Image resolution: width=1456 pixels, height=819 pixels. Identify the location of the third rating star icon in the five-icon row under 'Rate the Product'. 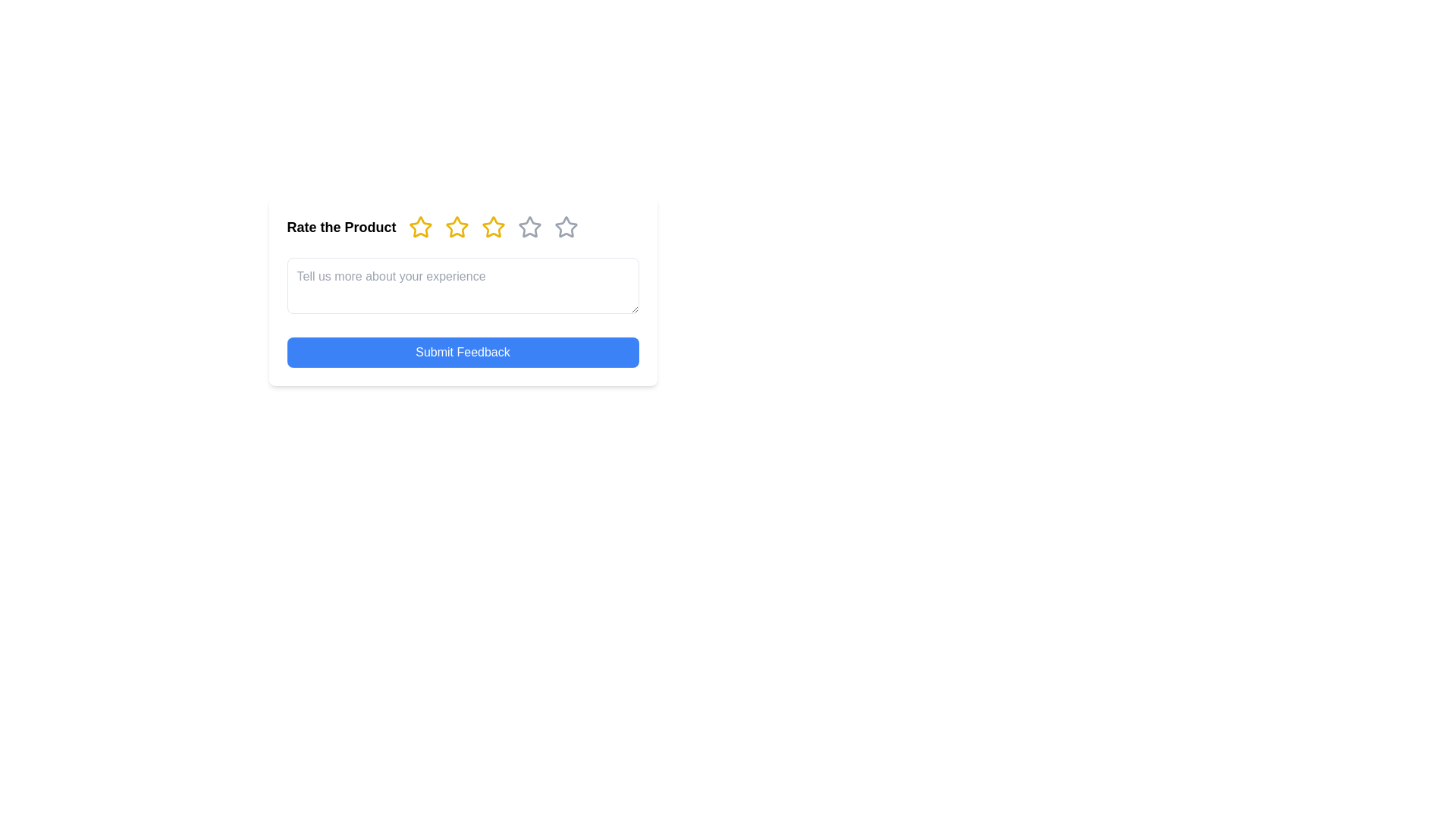
(456, 227).